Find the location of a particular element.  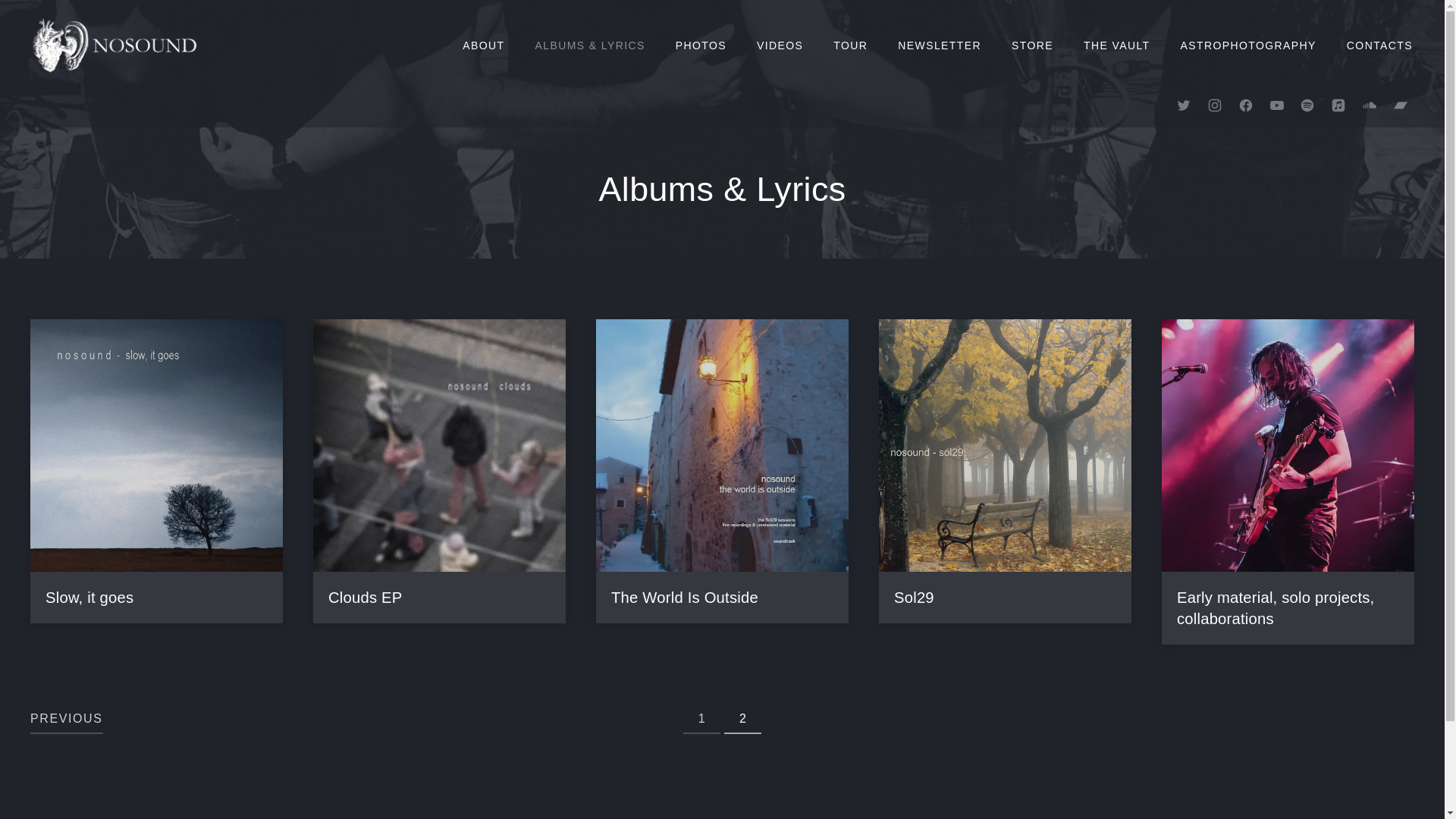

'New Window' is located at coordinates (1338, 104).